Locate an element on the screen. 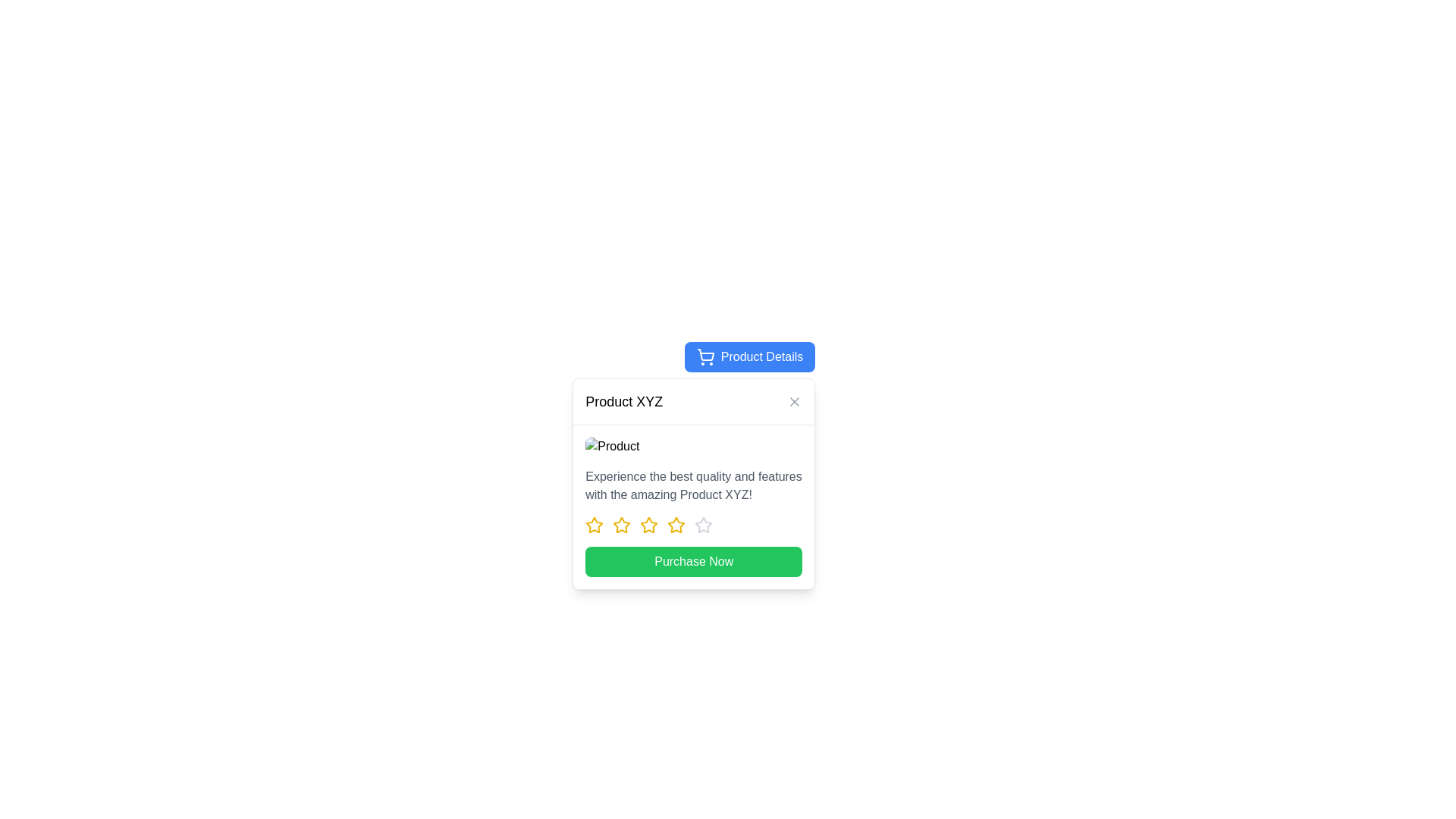 This screenshot has width=1456, height=819. the fourth star icon to indicate a four-star rating for 'Product XYZ' in the rating section is located at coordinates (702, 523).